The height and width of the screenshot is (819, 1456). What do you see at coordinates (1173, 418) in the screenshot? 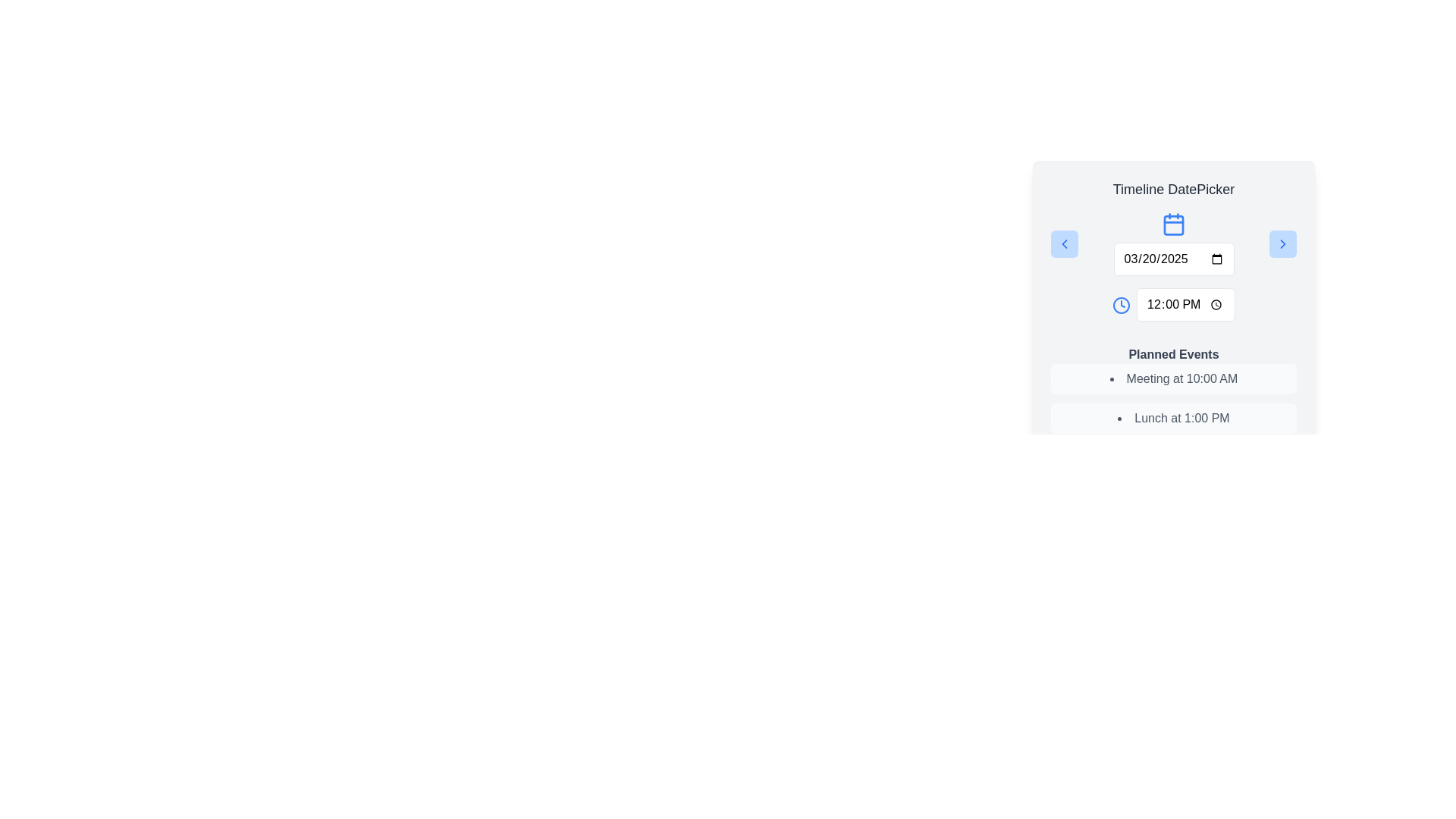
I see `text of the second item labeled 'Lunch at 1:00 PM.' in the 'Planned Events' list under the date and time selector` at bounding box center [1173, 418].